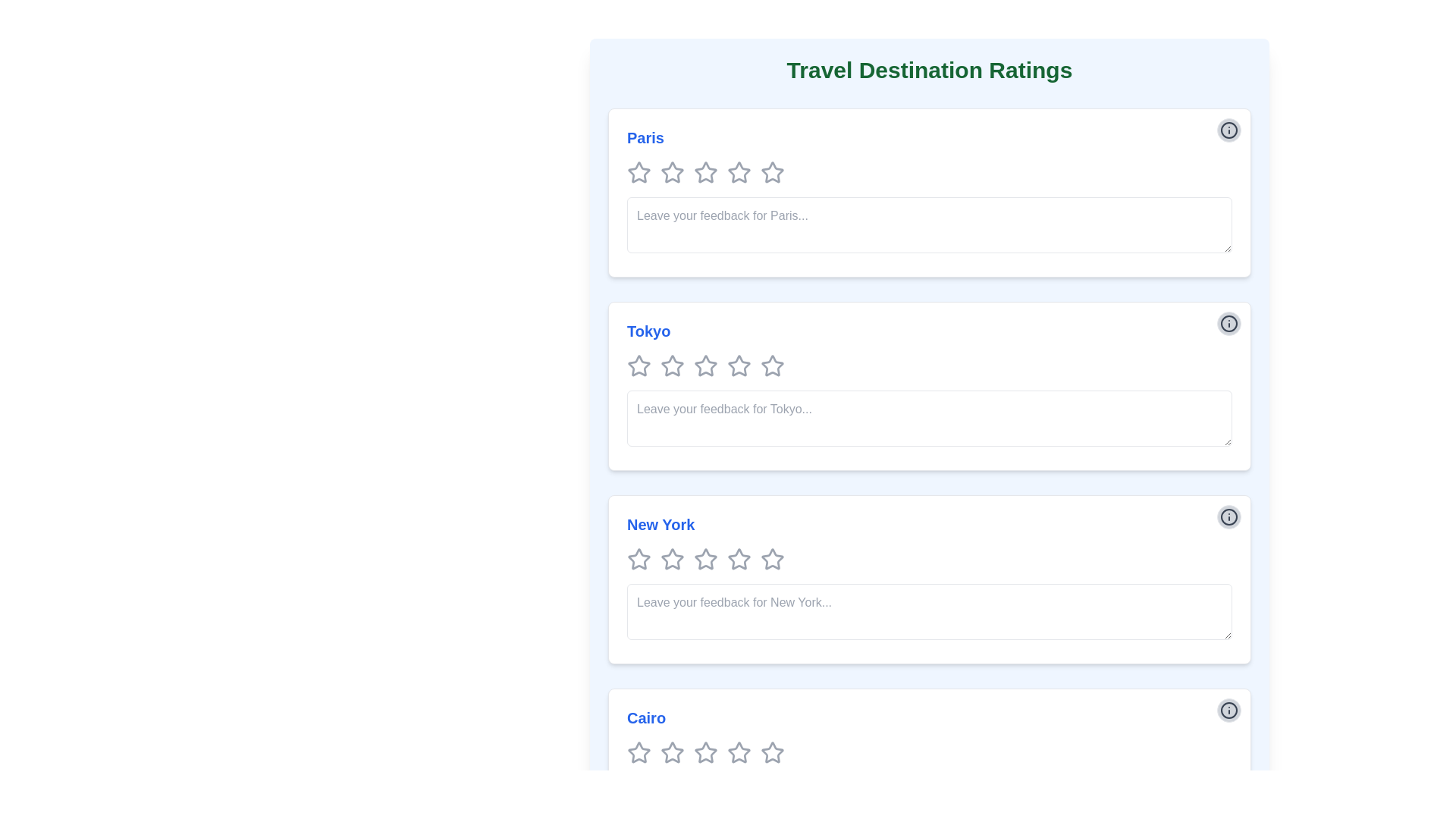 Image resolution: width=1456 pixels, height=819 pixels. I want to click on the second star-shaped graphical element in the rating input component for the 'Tokyo' destination to indicate a potential rating, so click(672, 366).